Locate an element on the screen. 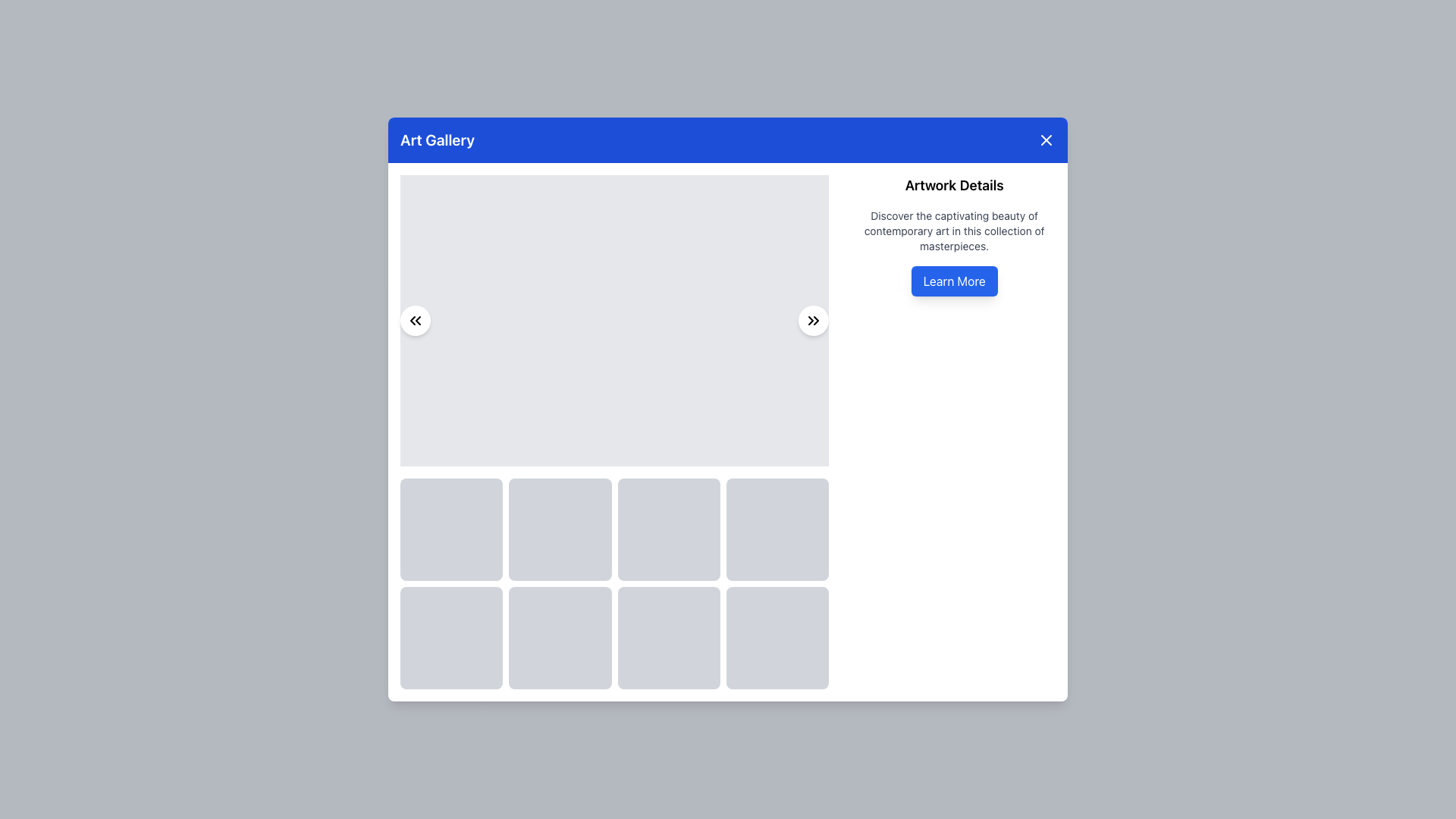 This screenshot has height=819, width=1456. the static visual block that represents an item or slot, located as the fourth element in the first row of a 4x2 grid layout is located at coordinates (777, 529).